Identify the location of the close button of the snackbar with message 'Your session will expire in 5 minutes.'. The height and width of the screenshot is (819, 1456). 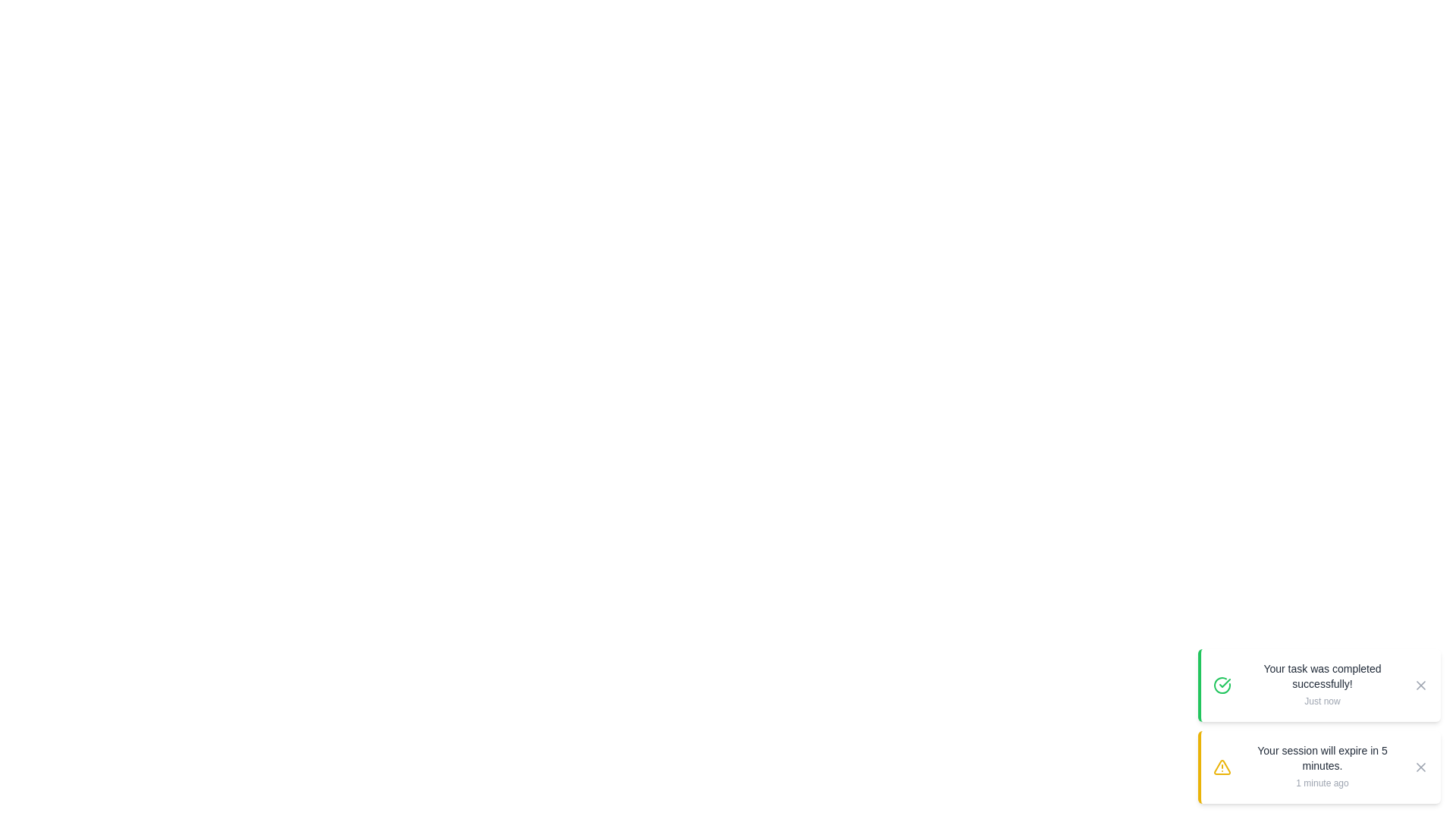
(1420, 767).